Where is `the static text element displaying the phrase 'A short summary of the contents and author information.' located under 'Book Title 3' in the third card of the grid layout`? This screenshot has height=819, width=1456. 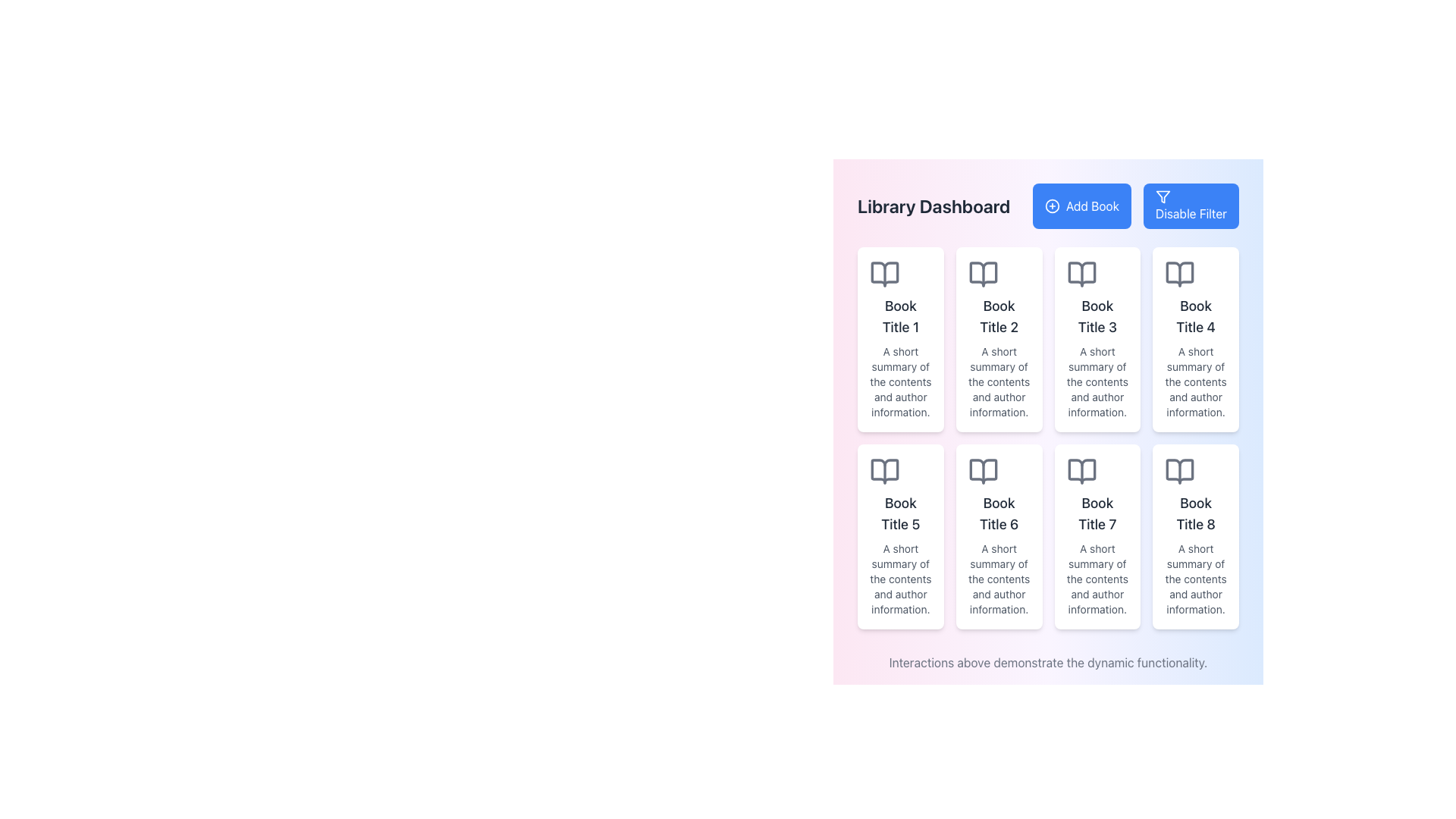
the static text element displaying the phrase 'A short summary of the contents and author information.' located under 'Book Title 3' in the third card of the grid layout is located at coordinates (1097, 381).